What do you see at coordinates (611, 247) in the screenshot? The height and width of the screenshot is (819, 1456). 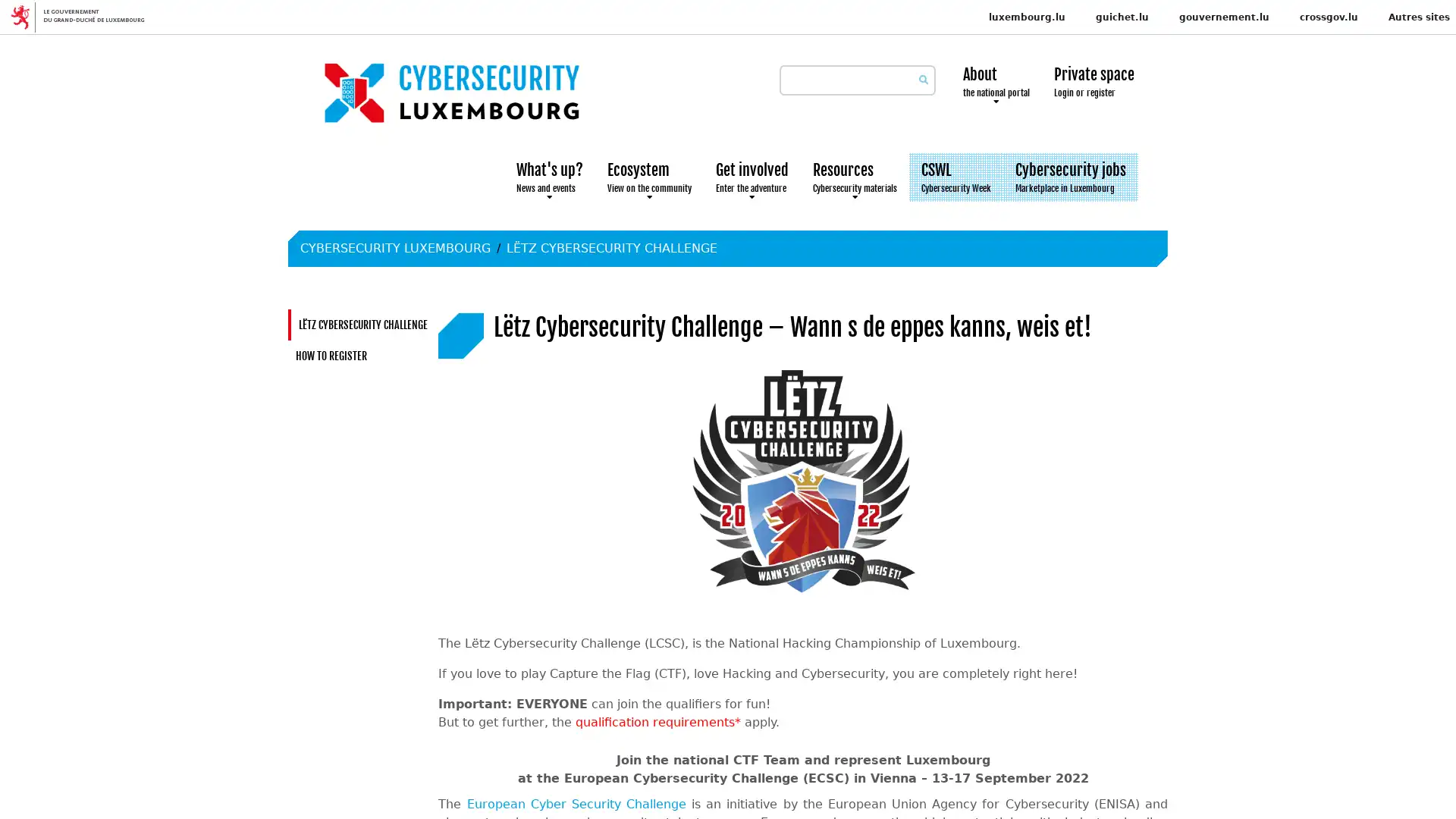 I see `LETZ CYBERSECURITY CHALLENGE` at bounding box center [611, 247].